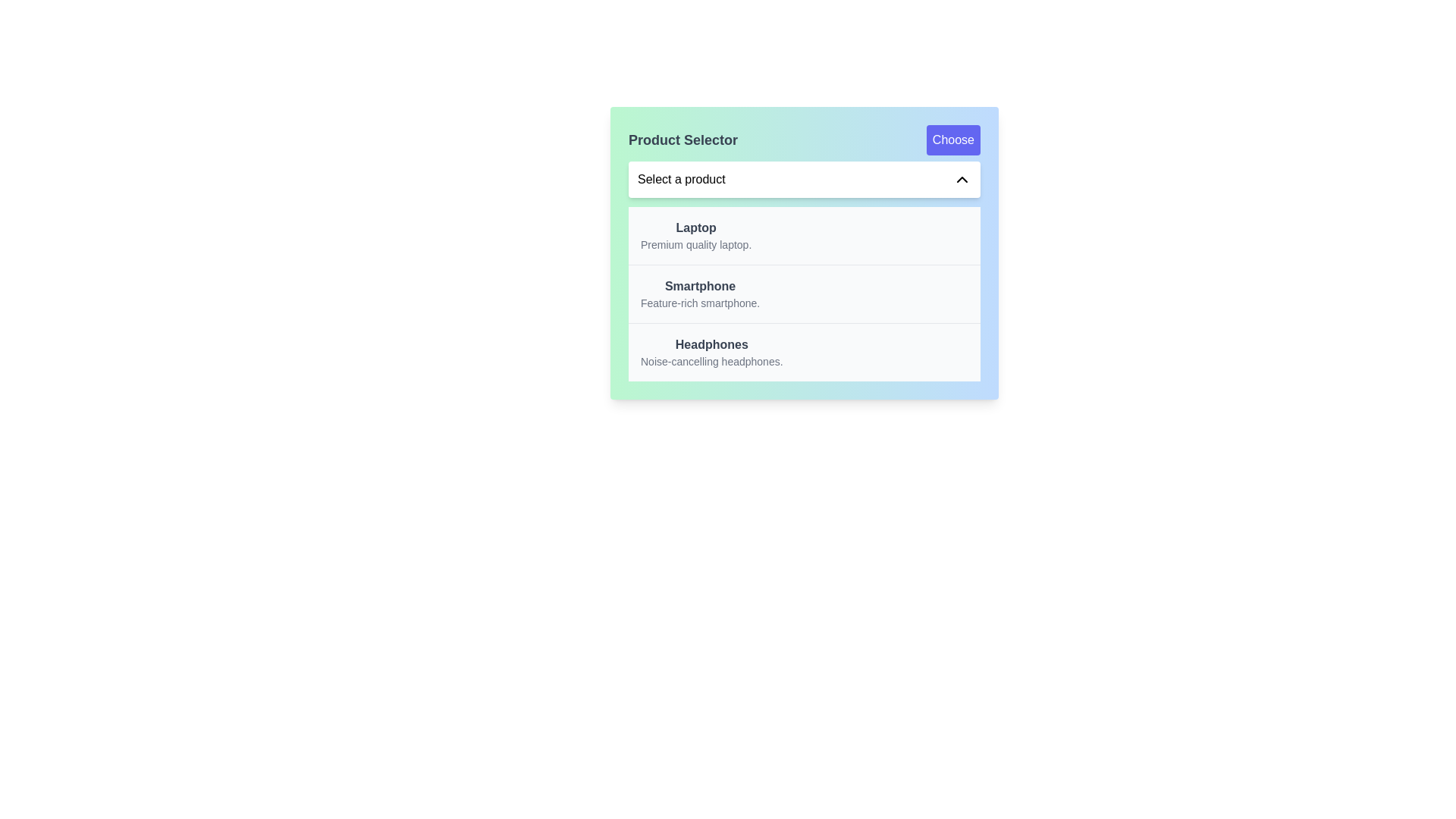 The image size is (1456, 819). What do you see at coordinates (803, 236) in the screenshot?
I see `the first selectable list item indicating a laptop product, located directly below the 'Select a product' dropdown menu` at bounding box center [803, 236].